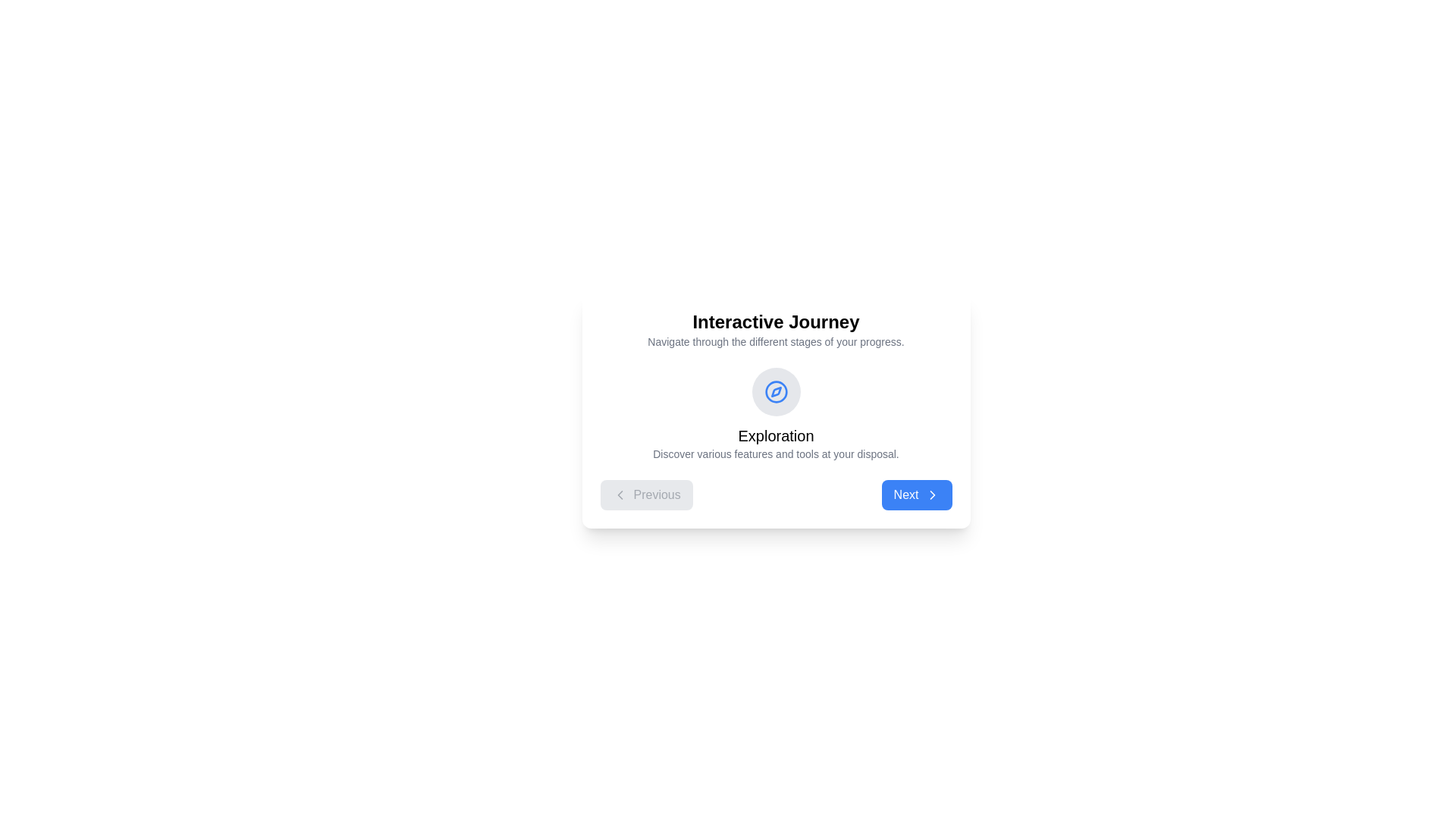 This screenshot has height=819, width=1456. I want to click on the forward navigation icon located at the rightmost end of the 'Next' button to enhance accessibility interactions, so click(931, 494).